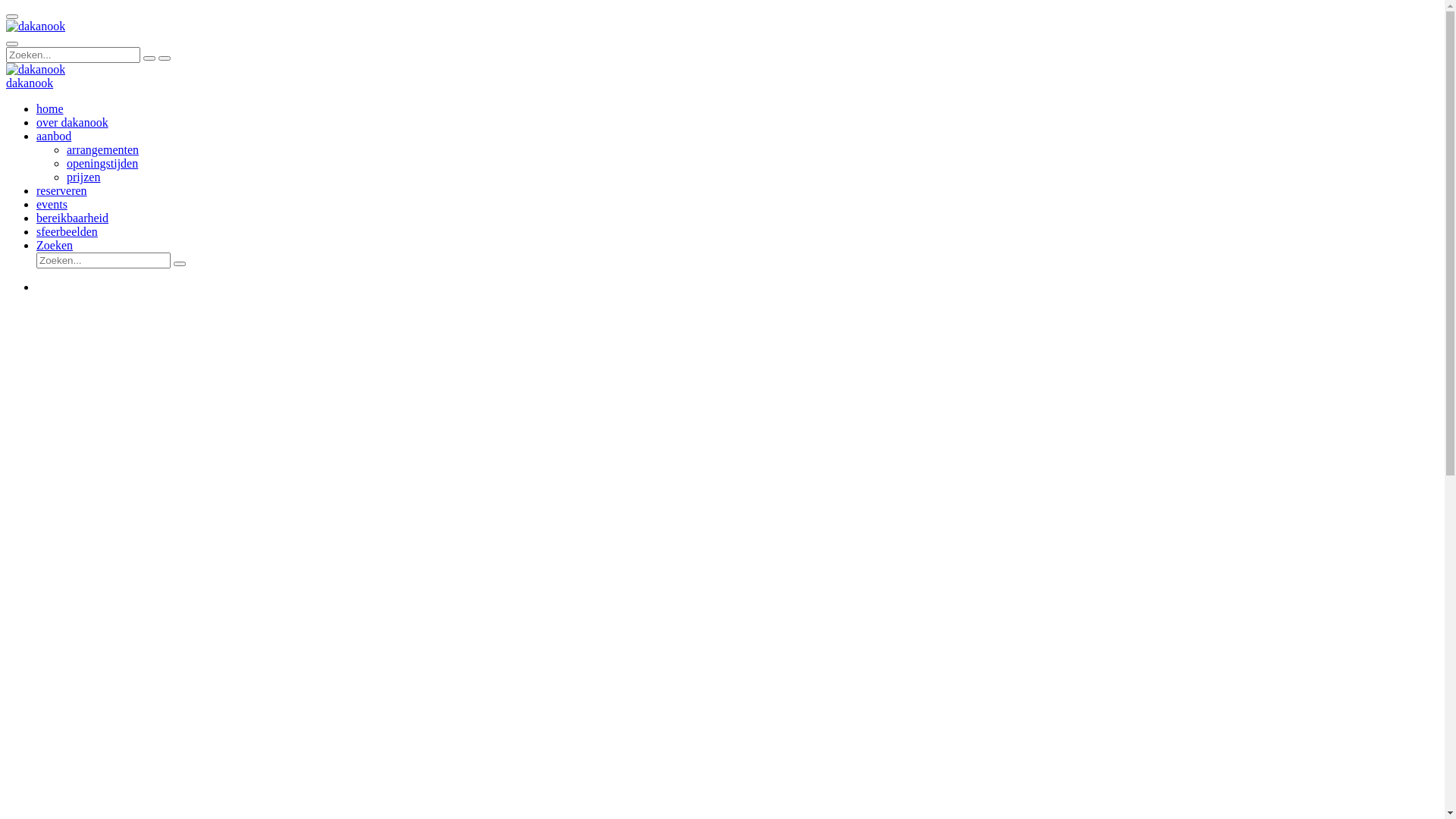 Image resolution: width=1456 pixels, height=819 pixels. I want to click on 'home', so click(36, 108).